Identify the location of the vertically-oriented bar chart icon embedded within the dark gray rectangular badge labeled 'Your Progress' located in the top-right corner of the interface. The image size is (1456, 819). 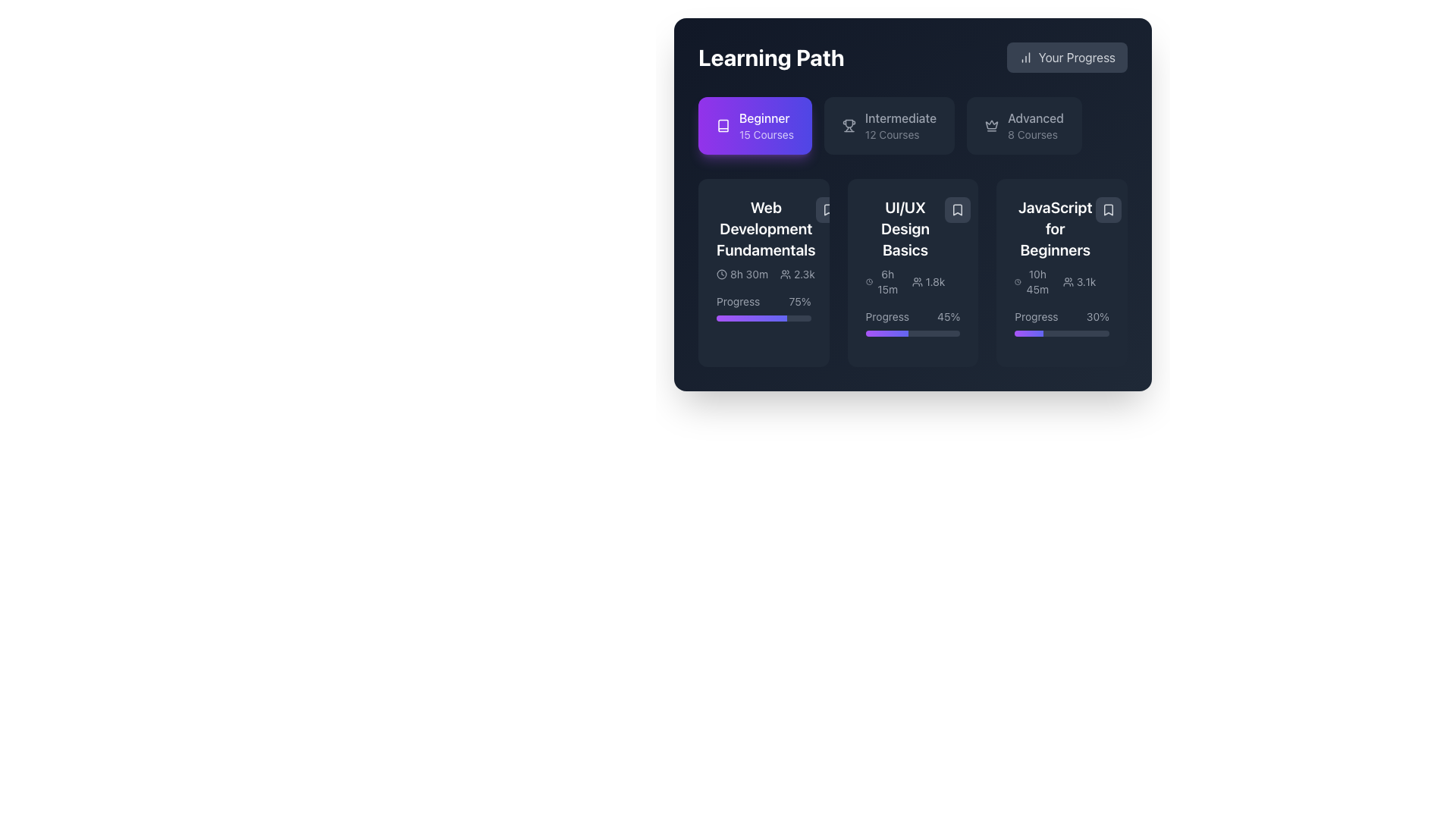
(1025, 57).